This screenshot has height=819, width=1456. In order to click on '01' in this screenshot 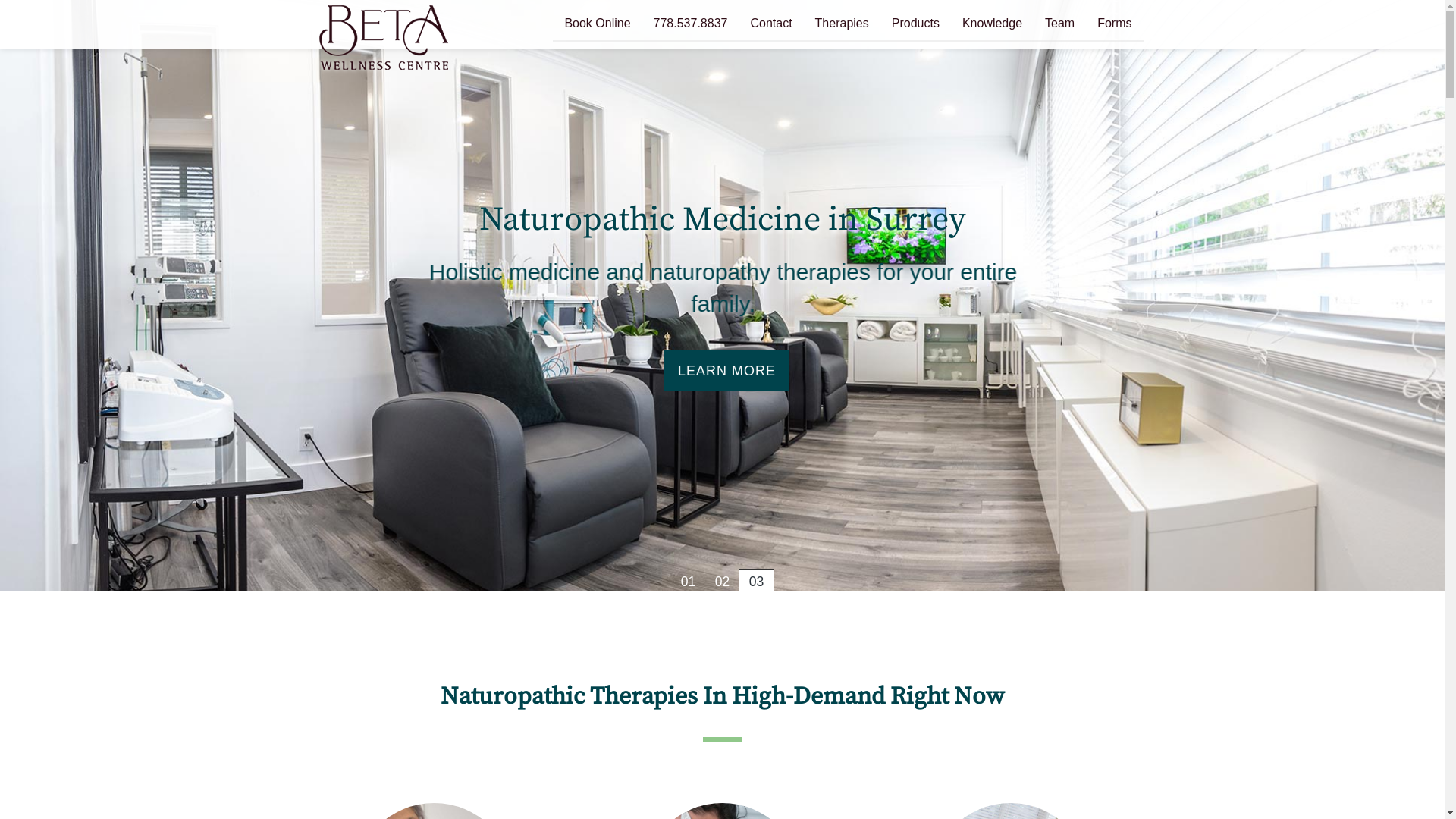, I will do `click(687, 579)`.